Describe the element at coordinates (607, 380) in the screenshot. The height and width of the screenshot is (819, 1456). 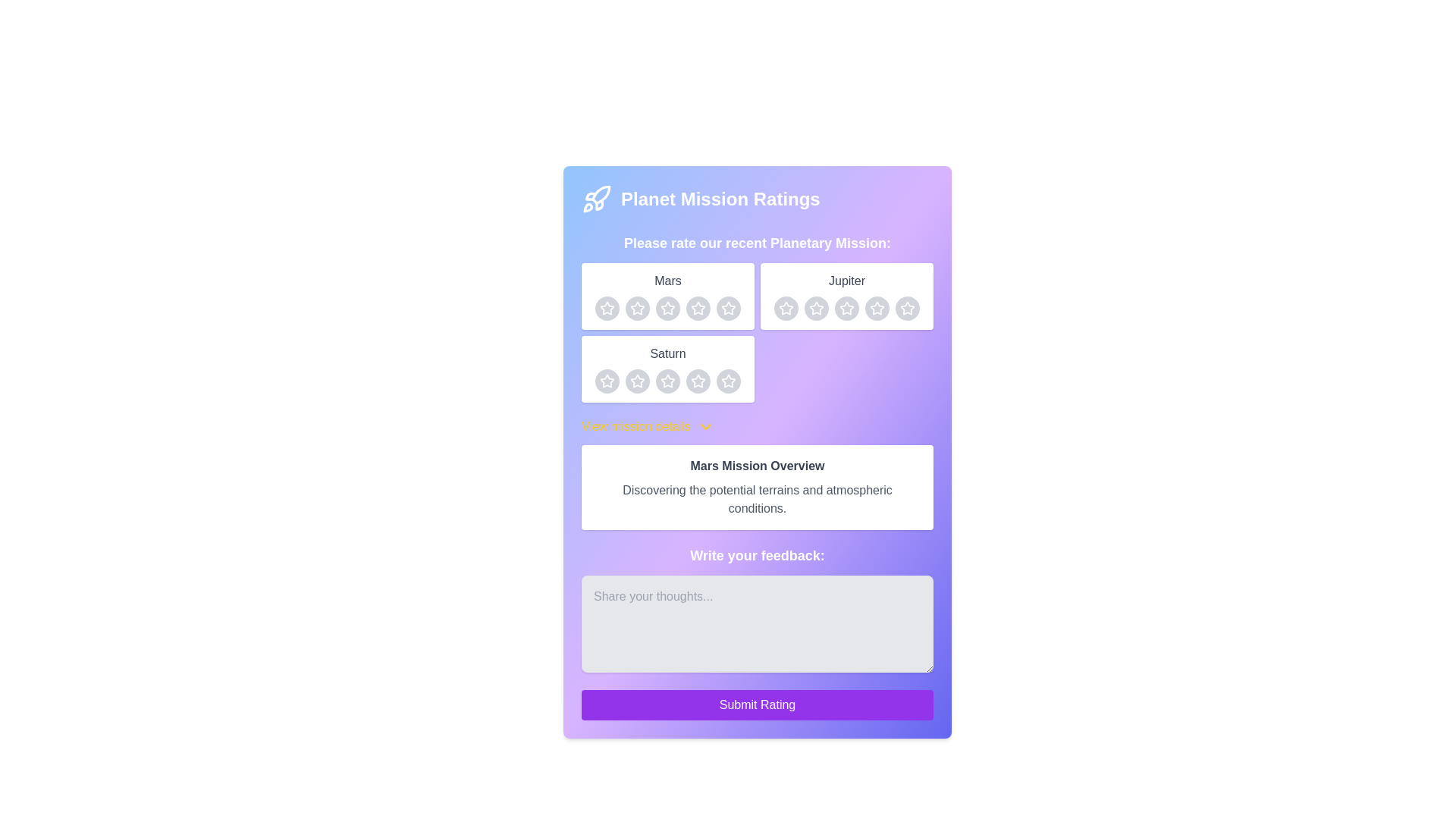
I see `the star icon in the third row of the star rating component under the label 'Saturn'` at that location.